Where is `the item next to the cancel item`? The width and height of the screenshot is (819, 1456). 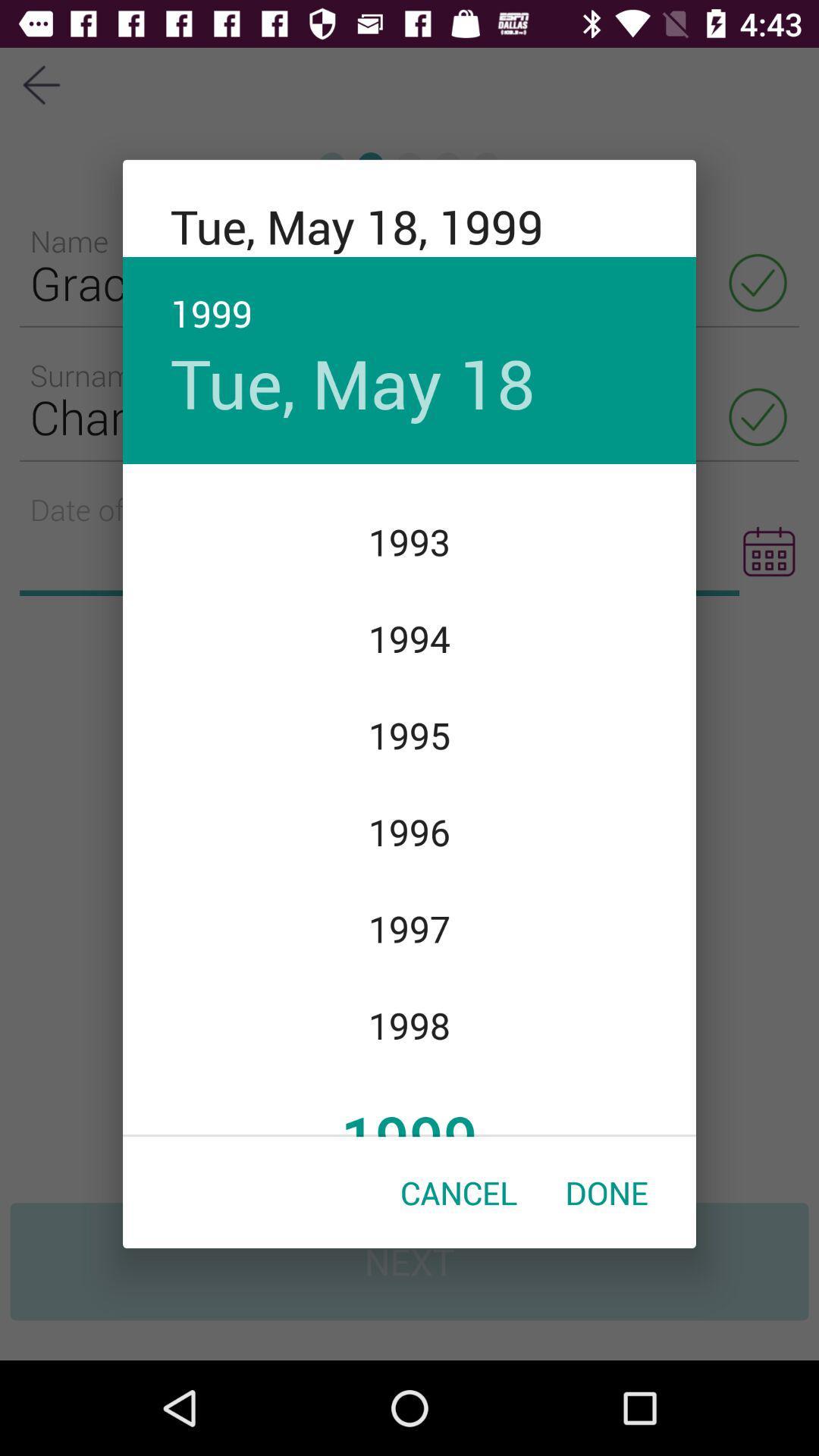 the item next to the cancel item is located at coordinates (606, 1191).